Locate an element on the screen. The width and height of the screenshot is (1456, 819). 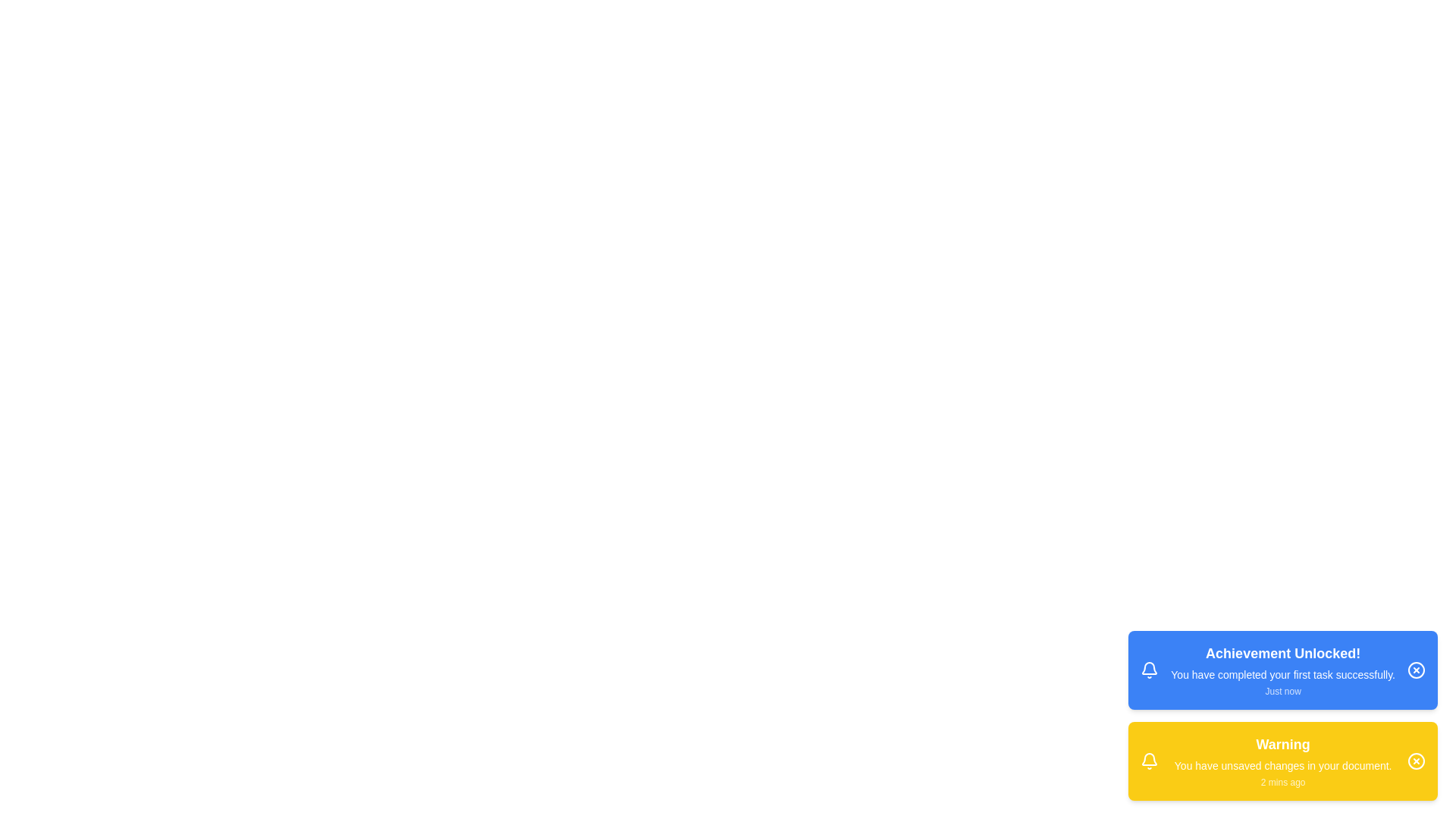
'X' button on the snackbar with title 'Achievement Unlocked!' is located at coordinates (1415, 669).